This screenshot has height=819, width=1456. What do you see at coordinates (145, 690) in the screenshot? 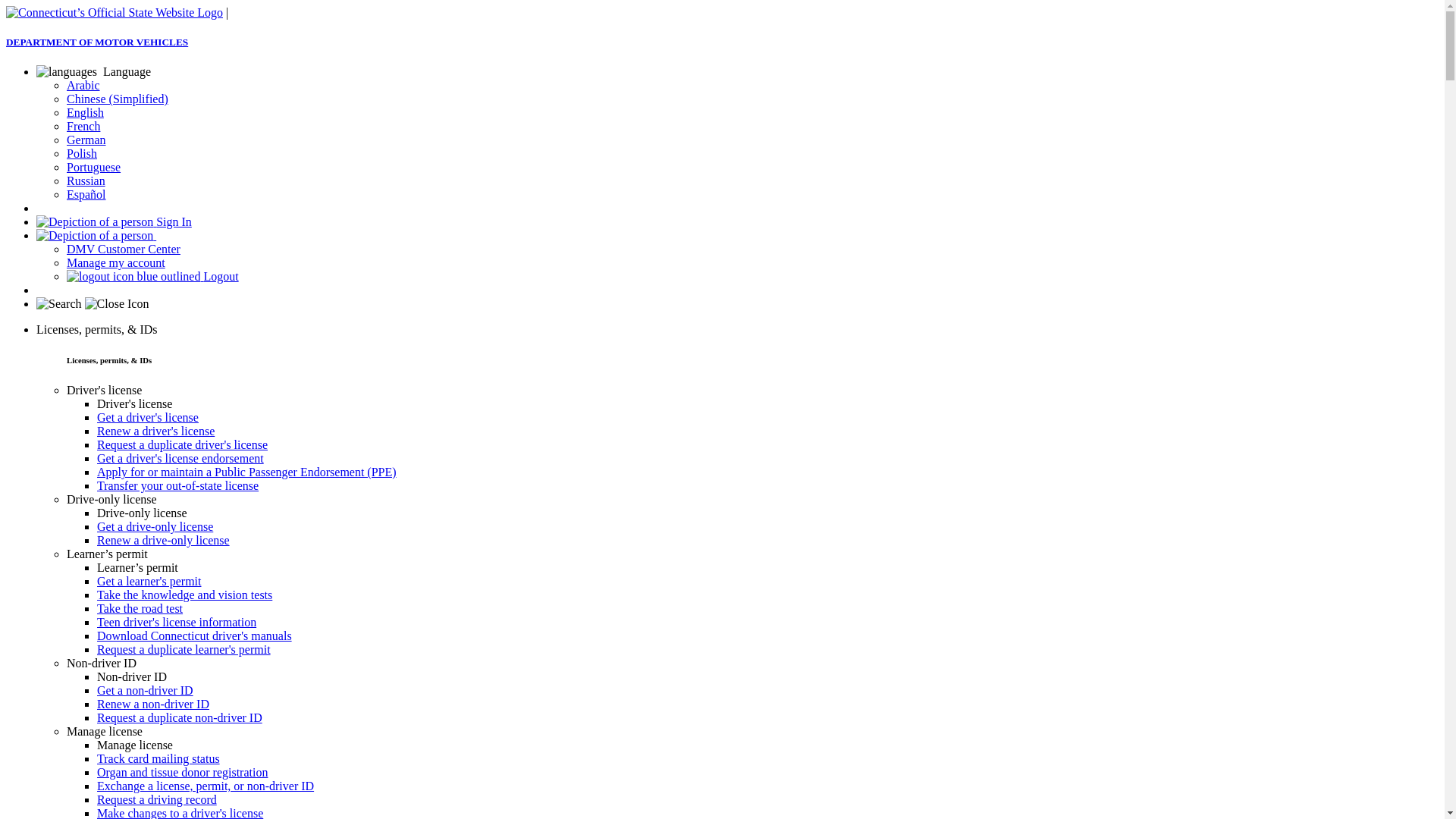
I see `'Get a non-driver ID'` at bounding box center [145, 690].